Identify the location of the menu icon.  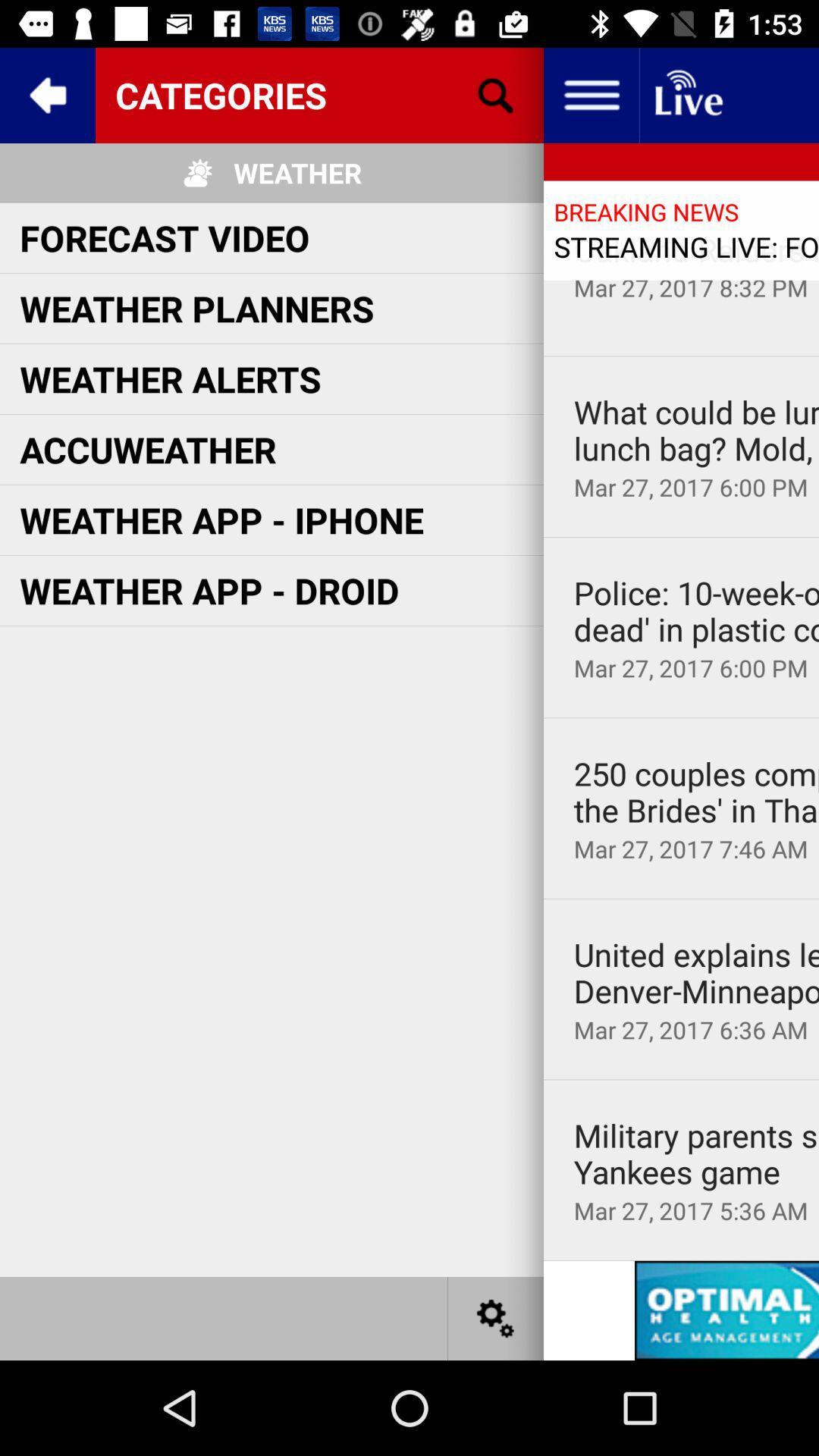
(590, 94).